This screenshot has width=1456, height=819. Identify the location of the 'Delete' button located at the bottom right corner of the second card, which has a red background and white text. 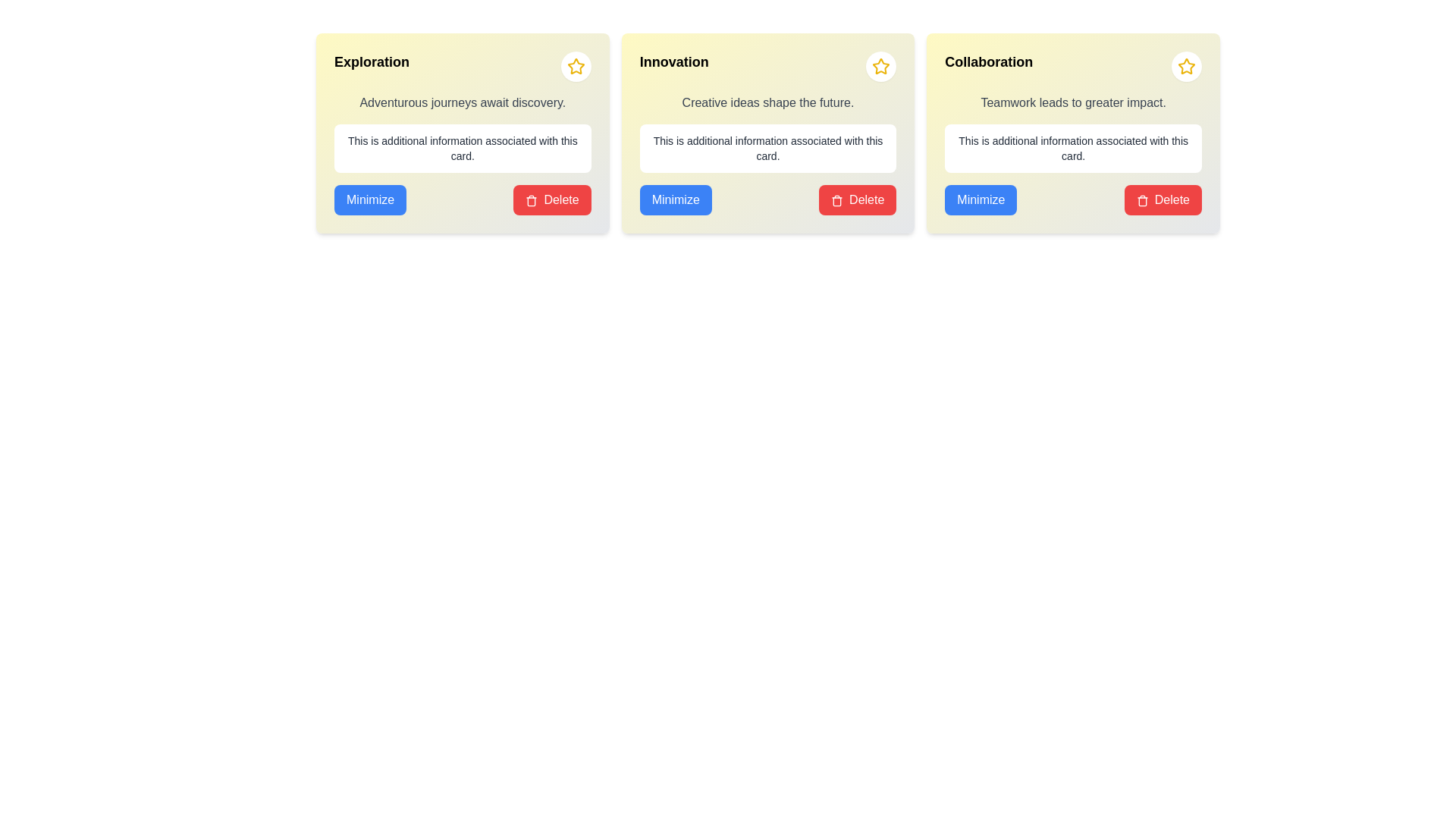
(858, 199).